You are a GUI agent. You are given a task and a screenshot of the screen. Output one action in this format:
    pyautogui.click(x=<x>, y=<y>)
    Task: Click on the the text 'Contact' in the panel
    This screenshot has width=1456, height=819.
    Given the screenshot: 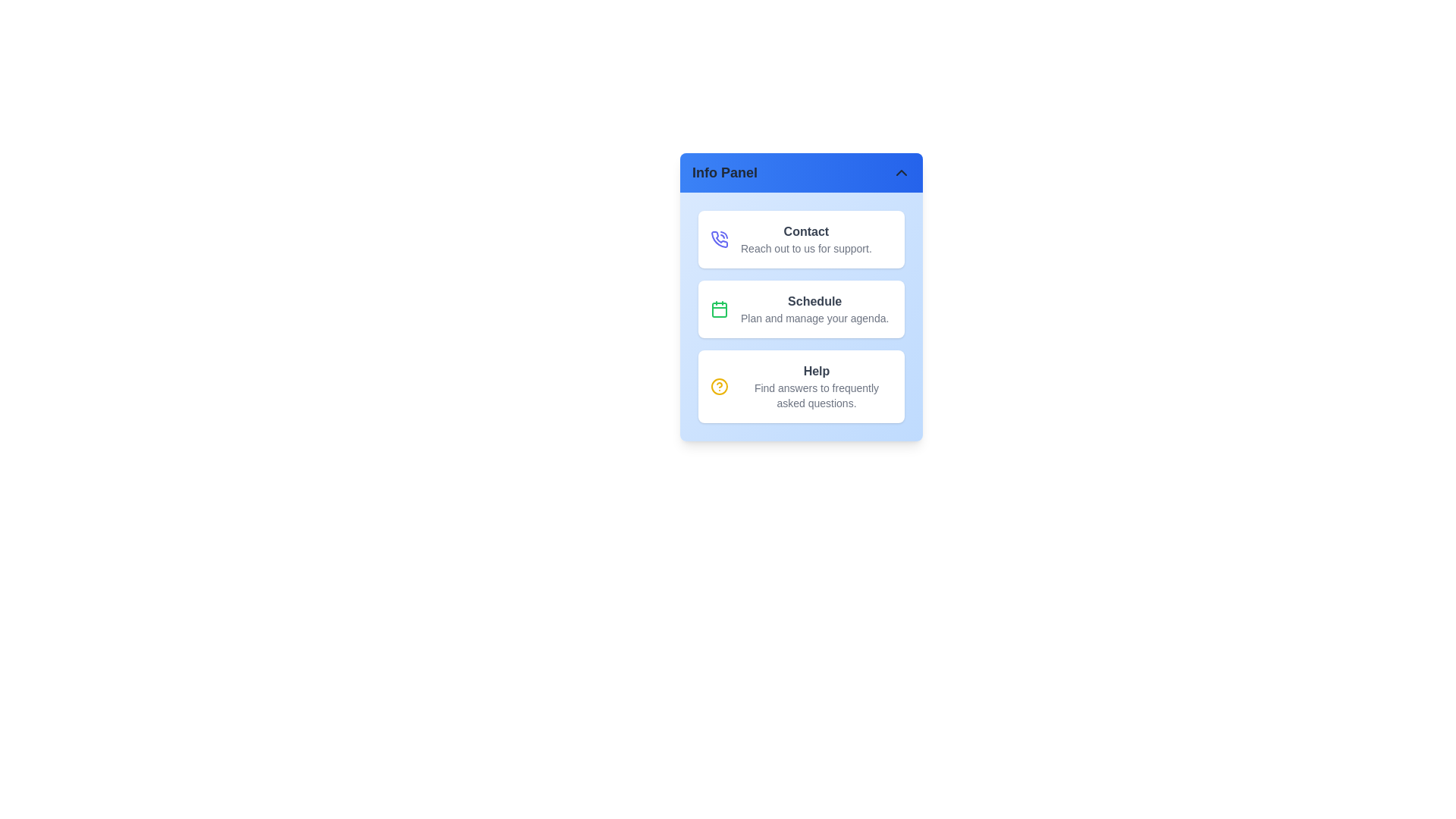 What is the action you would take?
    pyautogui.click(x=805, y=231)
    